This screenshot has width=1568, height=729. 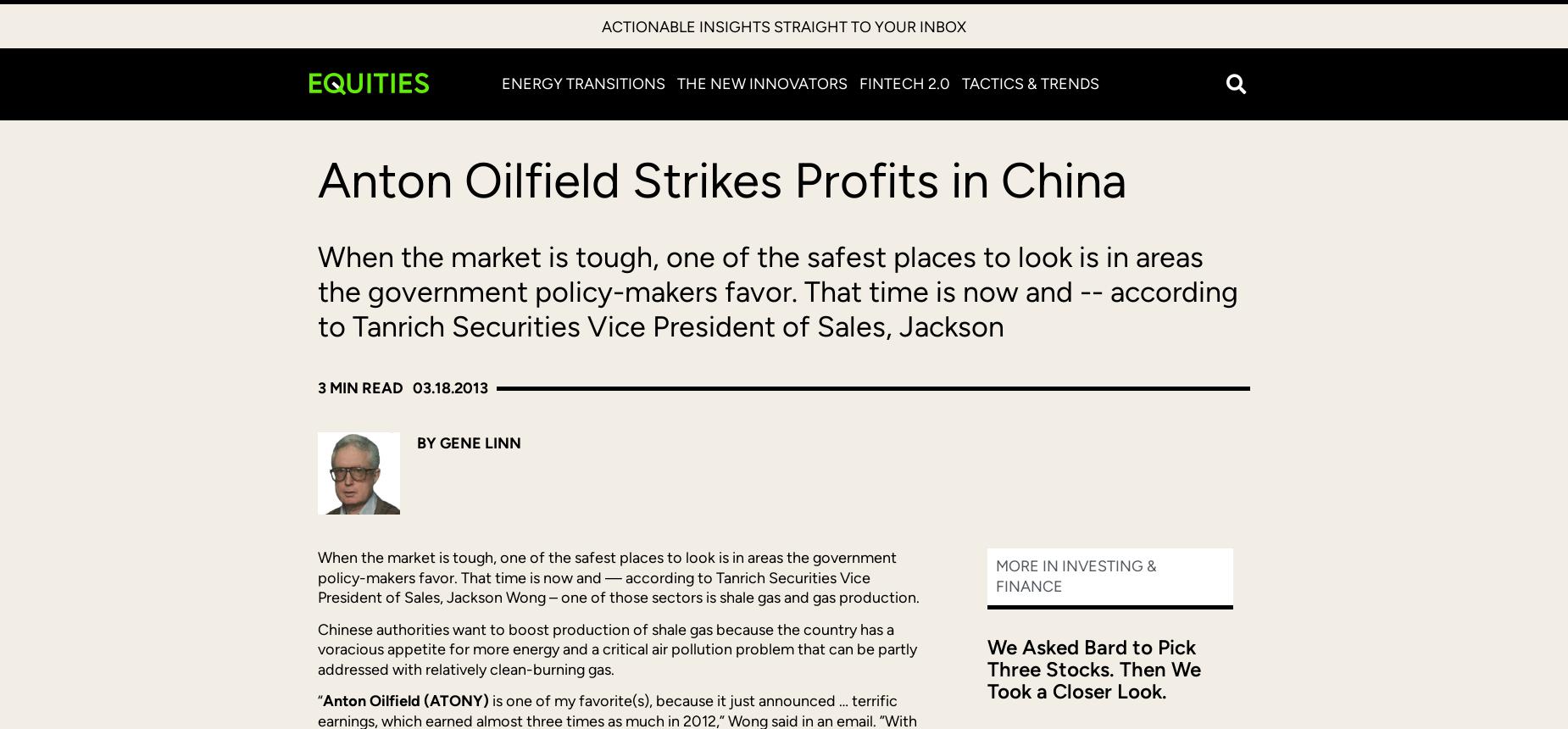 What do you see at coordinates (986, 668) in the screenshot?
I see `'We Asked Bard to Pick Three Stocks. Then We Took a Closer Look.'` at bounding box center [986, 668].